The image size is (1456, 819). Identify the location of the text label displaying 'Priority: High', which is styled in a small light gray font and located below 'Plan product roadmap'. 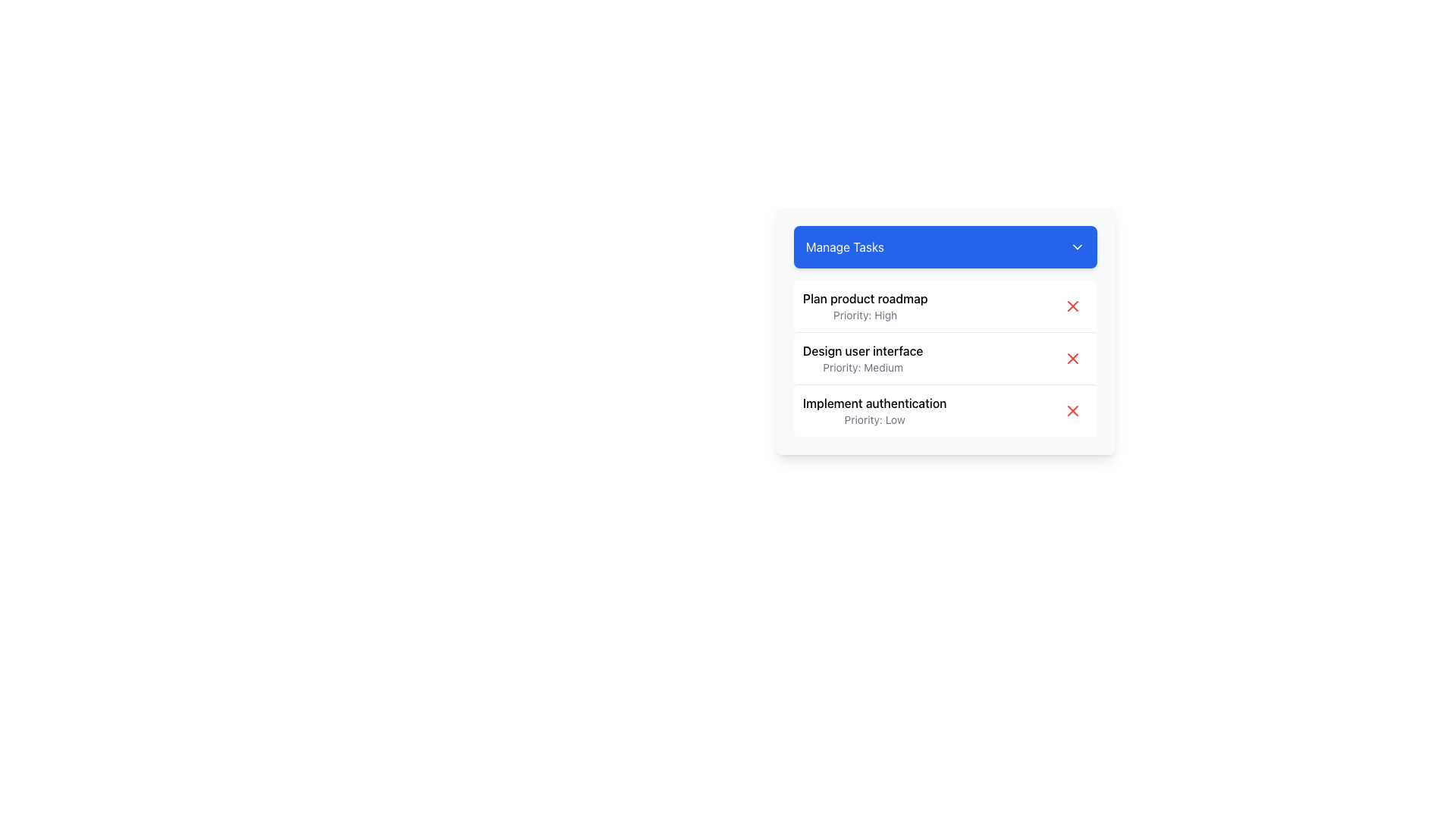
(865, 315).